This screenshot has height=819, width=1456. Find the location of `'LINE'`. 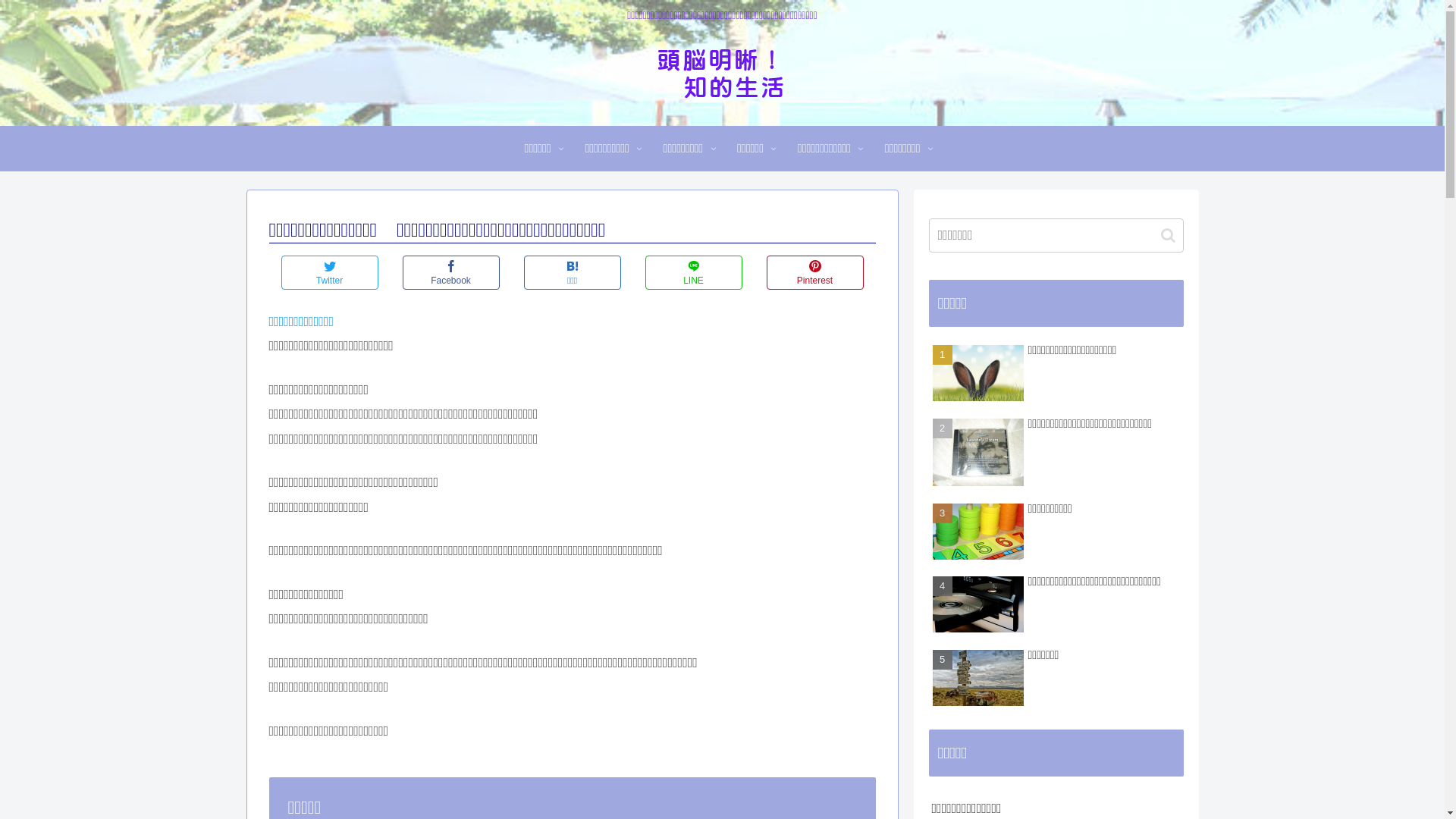

'LINE' is located at coordinates (692, 271).